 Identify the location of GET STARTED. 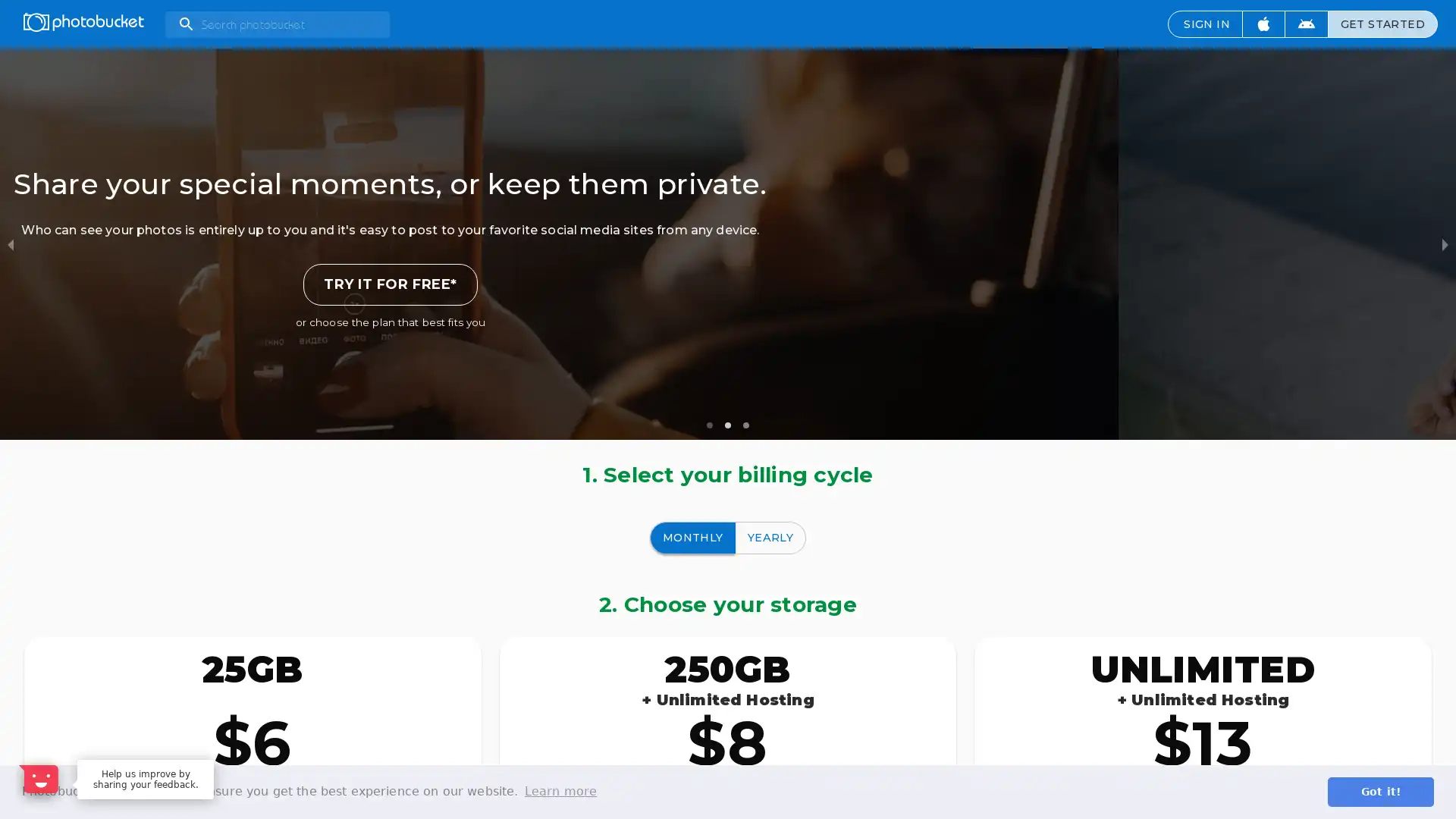
(1382, 24).